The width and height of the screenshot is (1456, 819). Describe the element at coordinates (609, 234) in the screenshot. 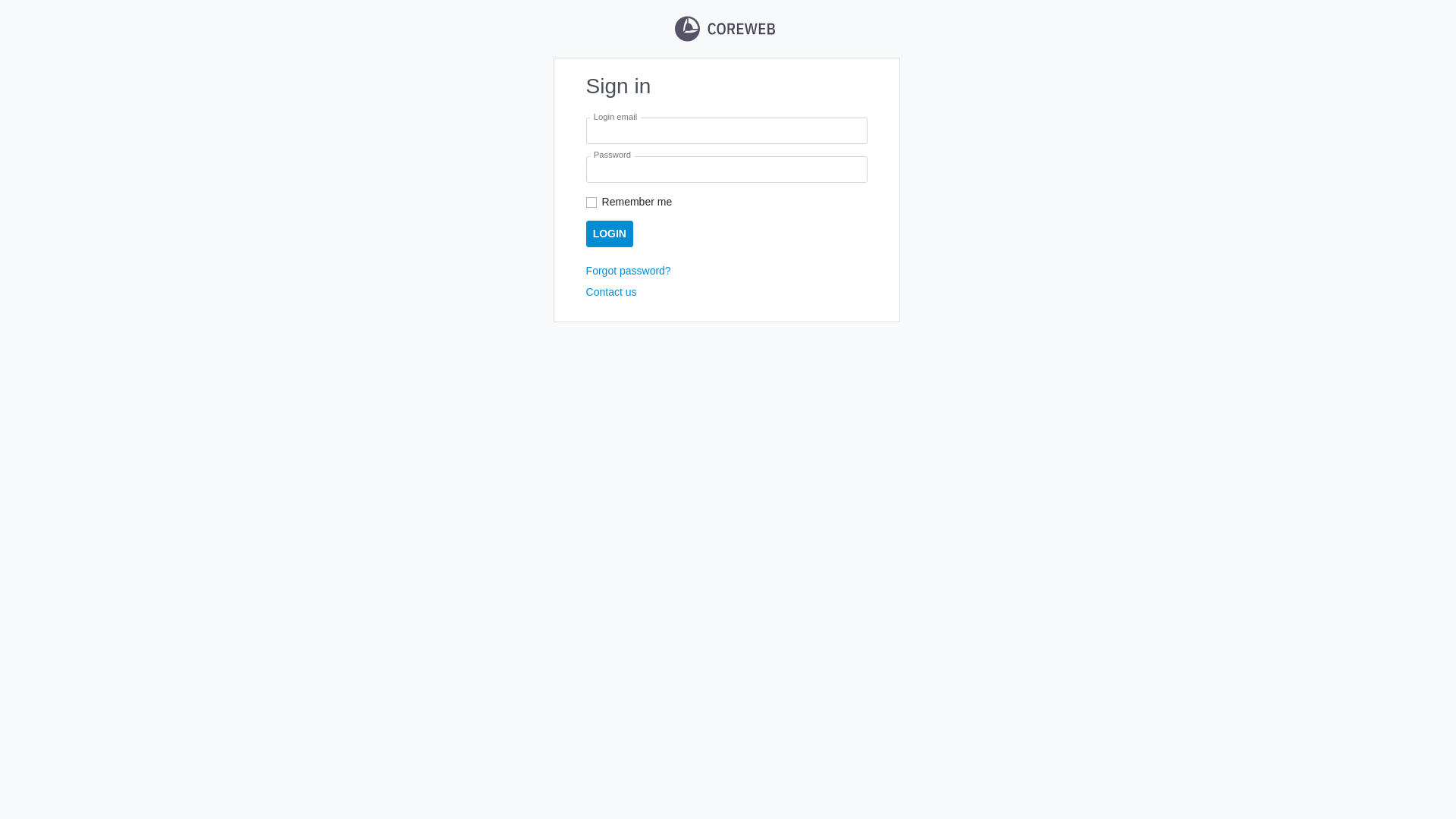

I see `'LOGIN'` at that location.